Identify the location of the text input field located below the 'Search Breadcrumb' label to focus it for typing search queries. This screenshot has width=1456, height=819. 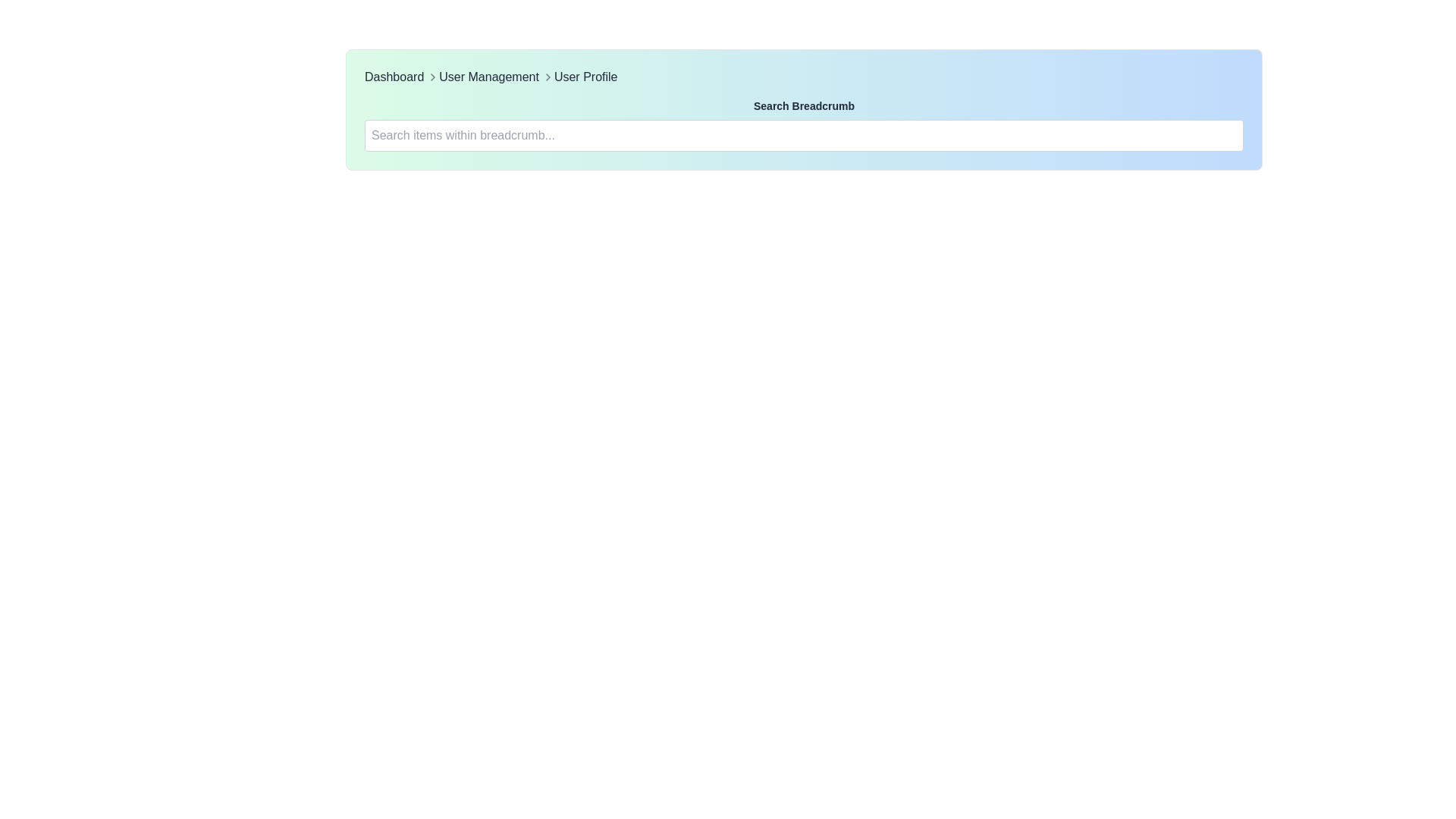
(803, 124).